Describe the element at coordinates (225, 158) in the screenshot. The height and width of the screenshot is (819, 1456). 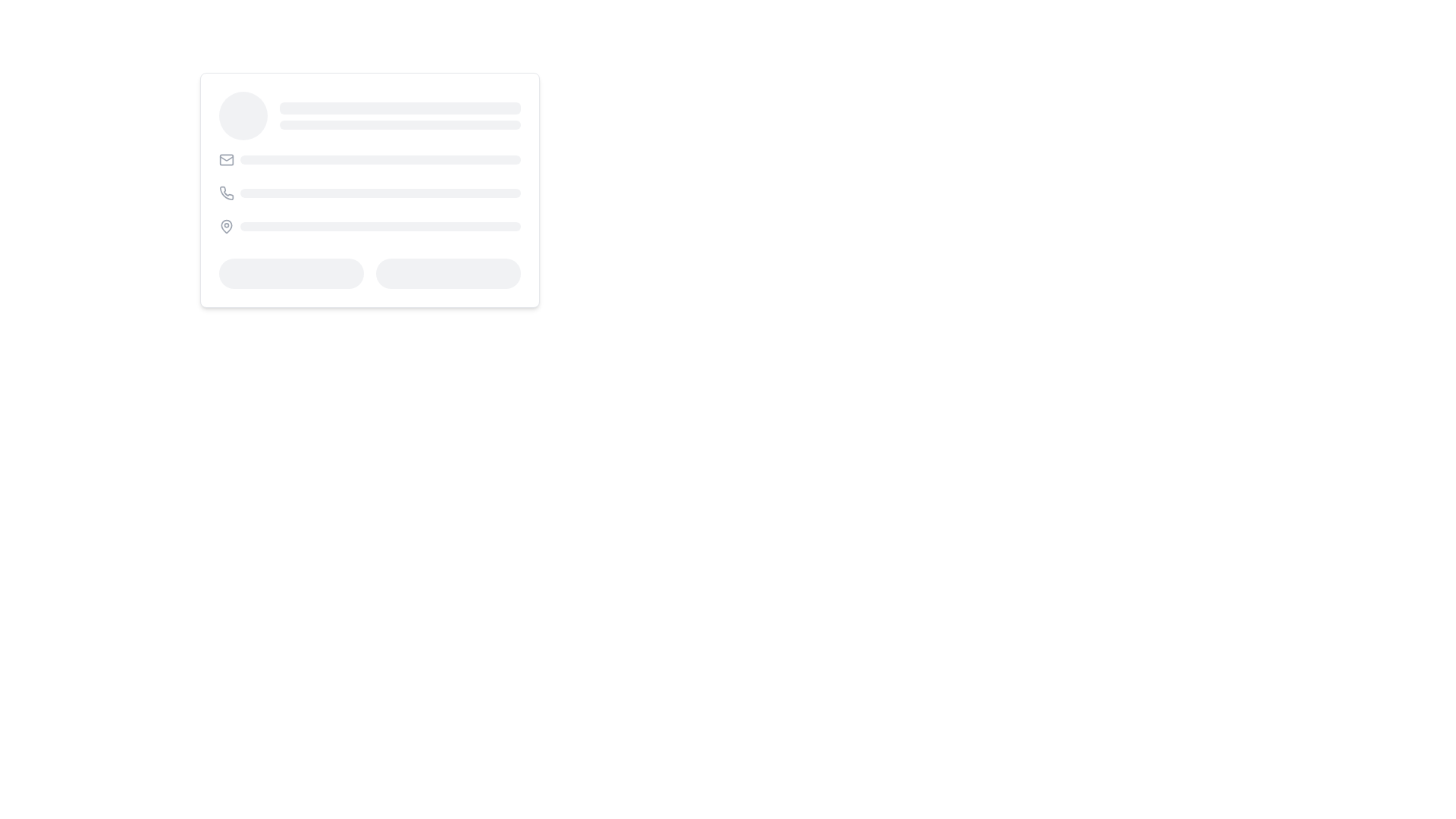
I see `the triangular mail envelope icon representing email functionality, which is visually characterized by its minimalist outline design and positioned next to a text-related element` at that location.